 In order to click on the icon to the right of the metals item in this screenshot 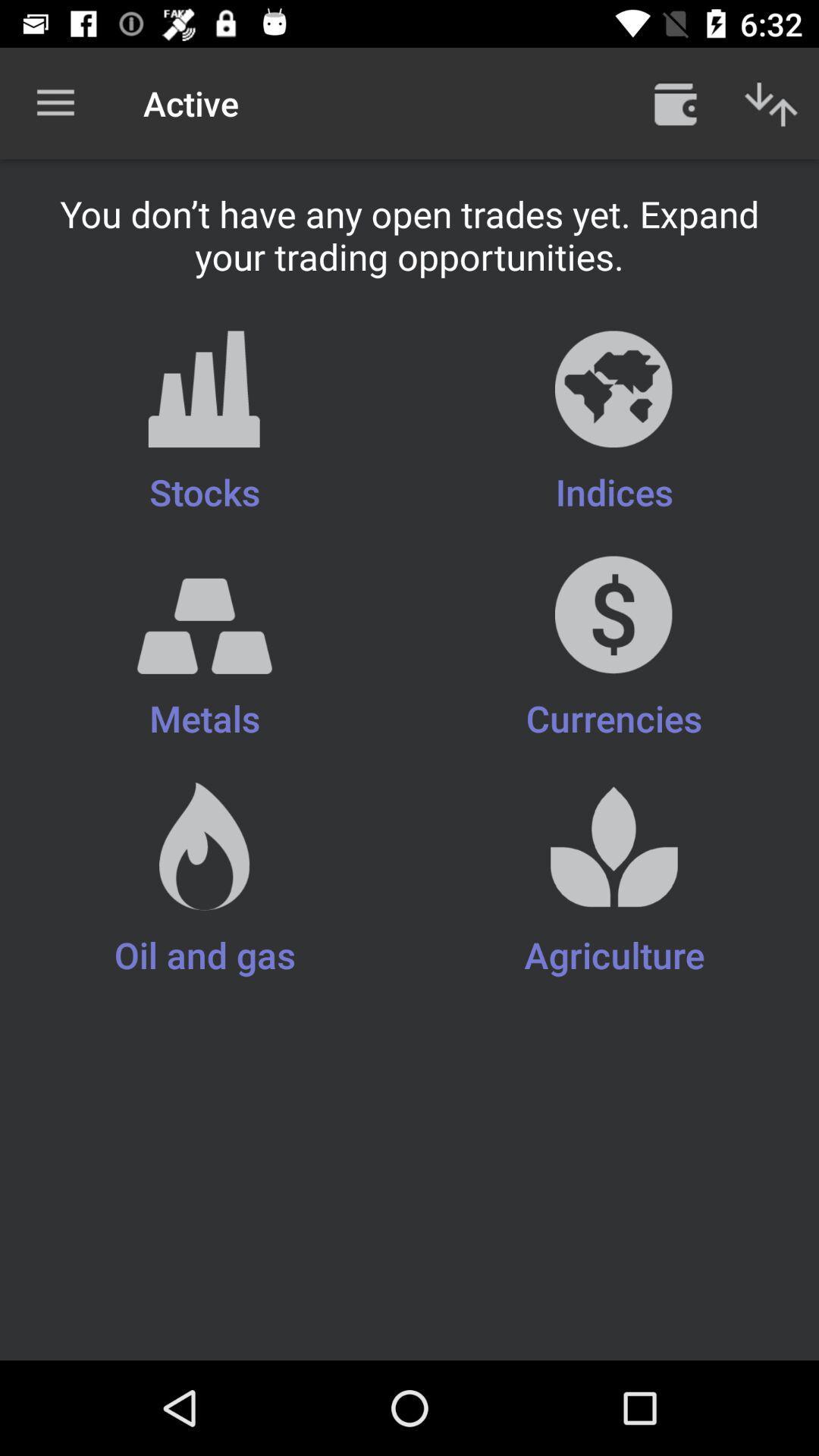, I will do `click(614, 881)`.